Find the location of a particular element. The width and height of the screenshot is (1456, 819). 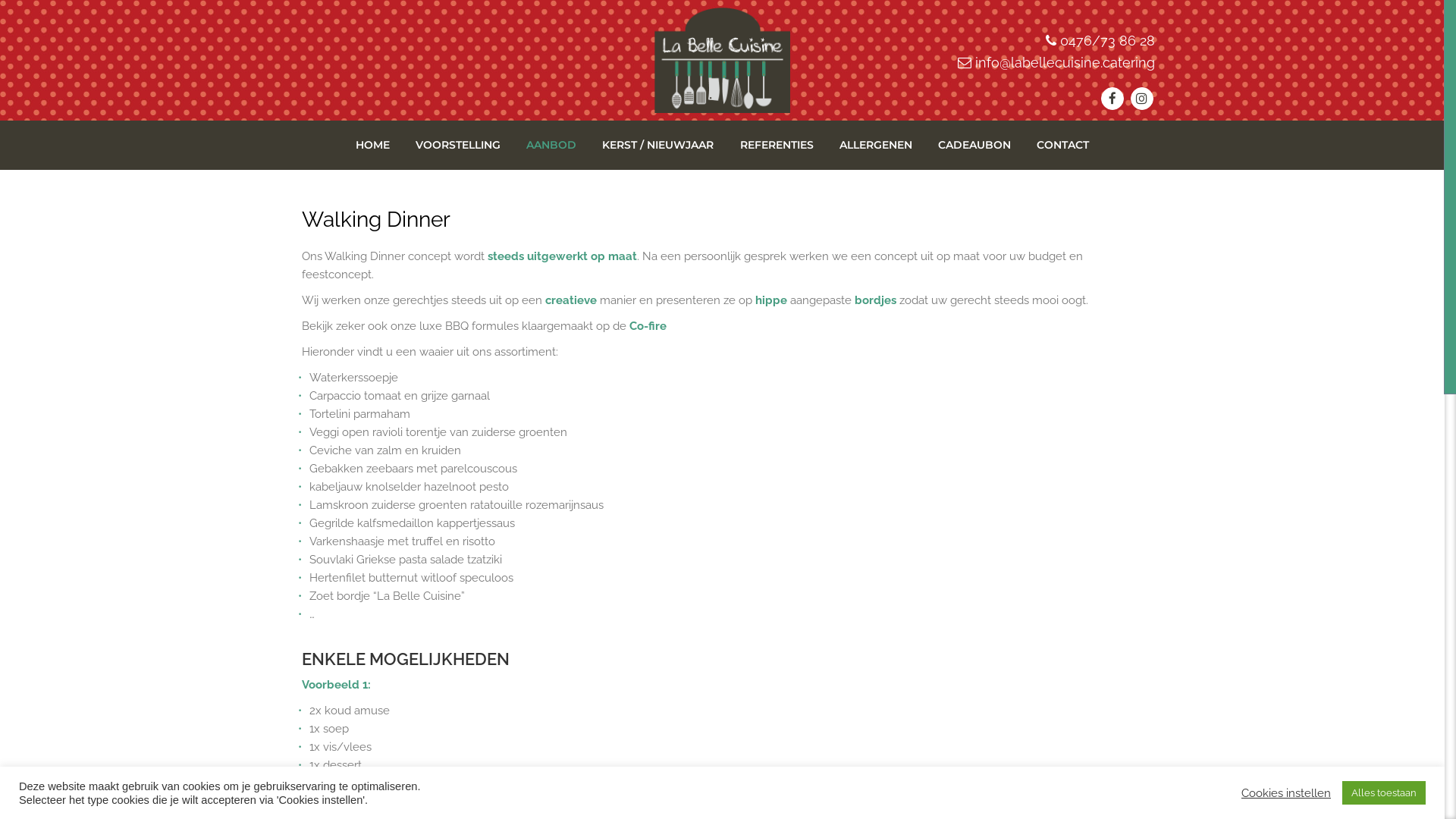

'KERST / NIEUWJAAR' is located at coordinates (657, 145).